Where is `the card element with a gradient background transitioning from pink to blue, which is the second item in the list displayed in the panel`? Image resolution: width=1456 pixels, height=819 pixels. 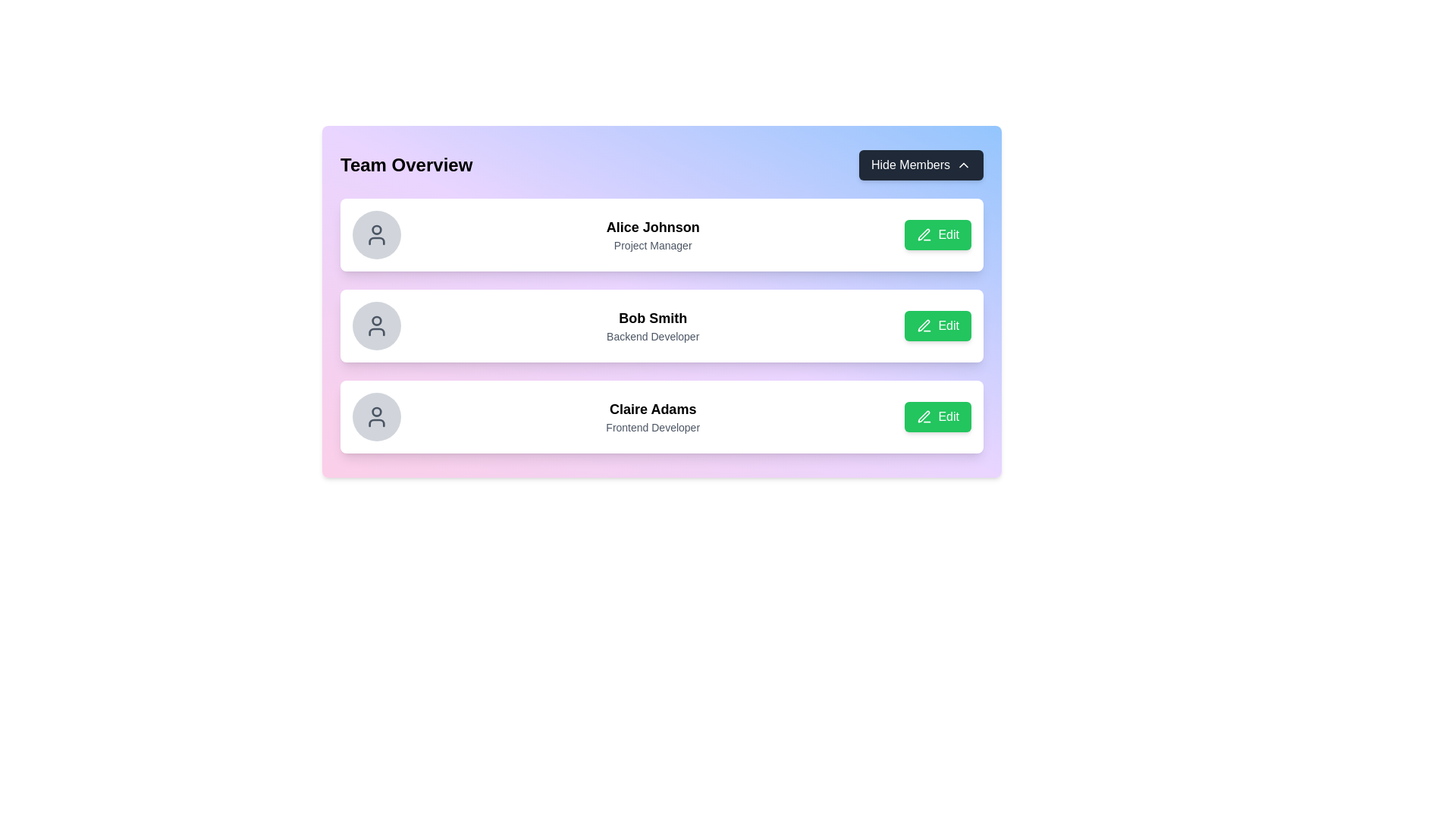 the card element with a gradient background transitioning from pink to blue, which is the second item in the list displayed in the panel is located at coordinates (662, 301).